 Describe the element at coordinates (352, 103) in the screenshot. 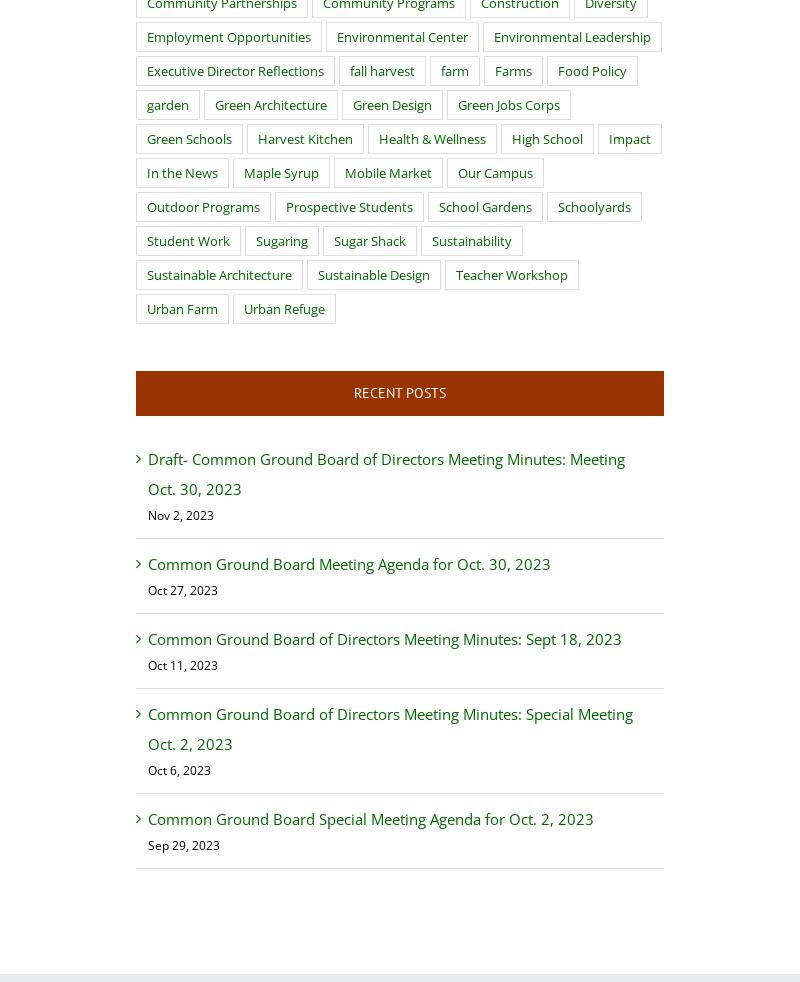

I see `'Green Design'` at that location.